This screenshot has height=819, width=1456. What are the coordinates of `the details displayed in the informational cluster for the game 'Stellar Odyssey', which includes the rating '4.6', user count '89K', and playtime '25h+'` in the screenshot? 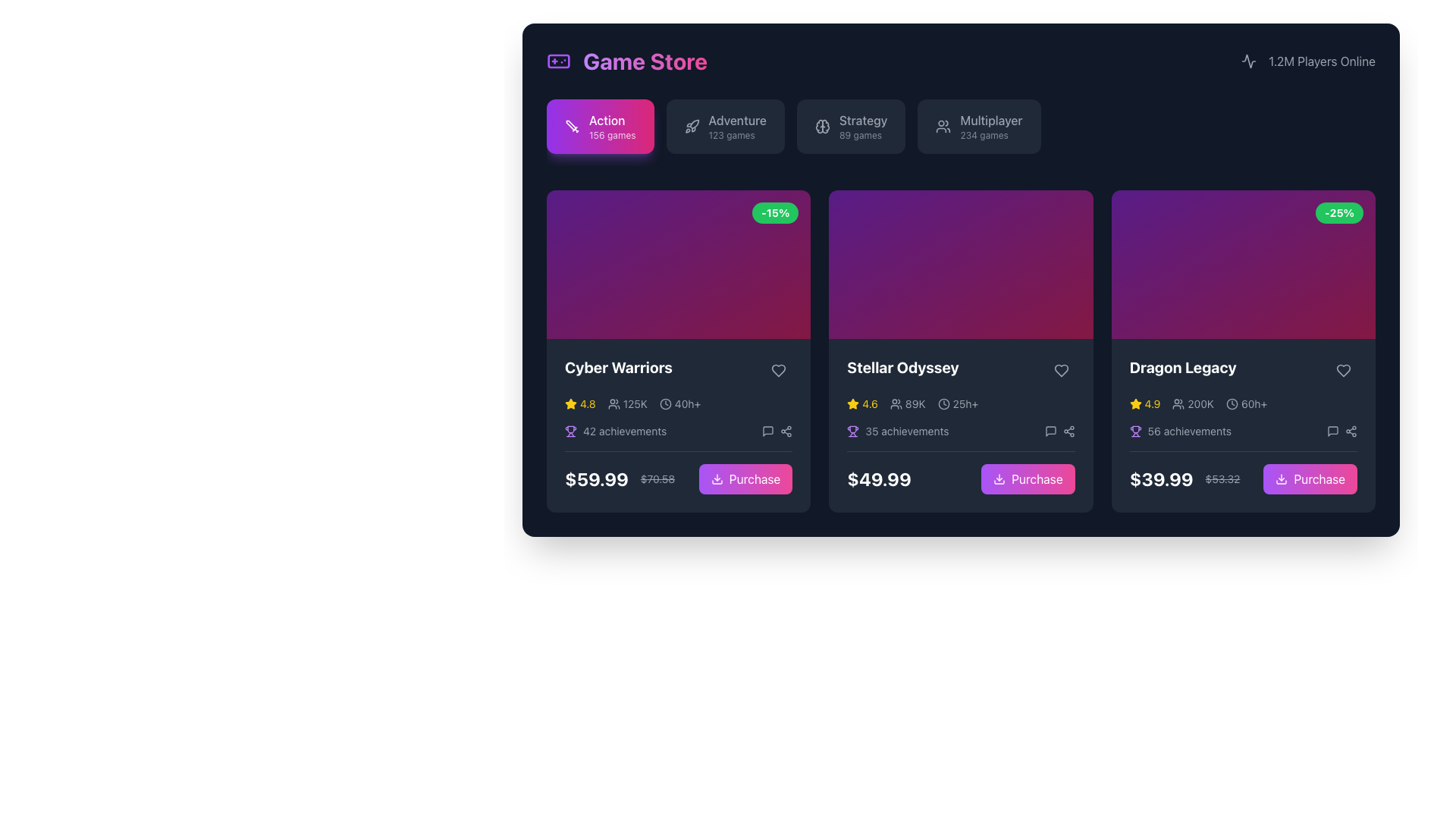 It's located at (960, 403).